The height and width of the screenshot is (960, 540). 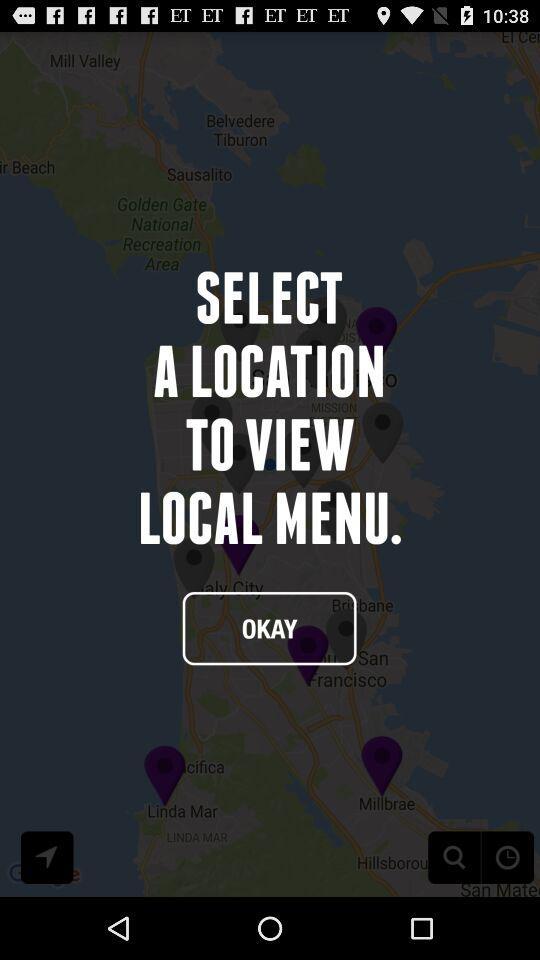 I want to click on the search icon, so click(x=454, y=917).